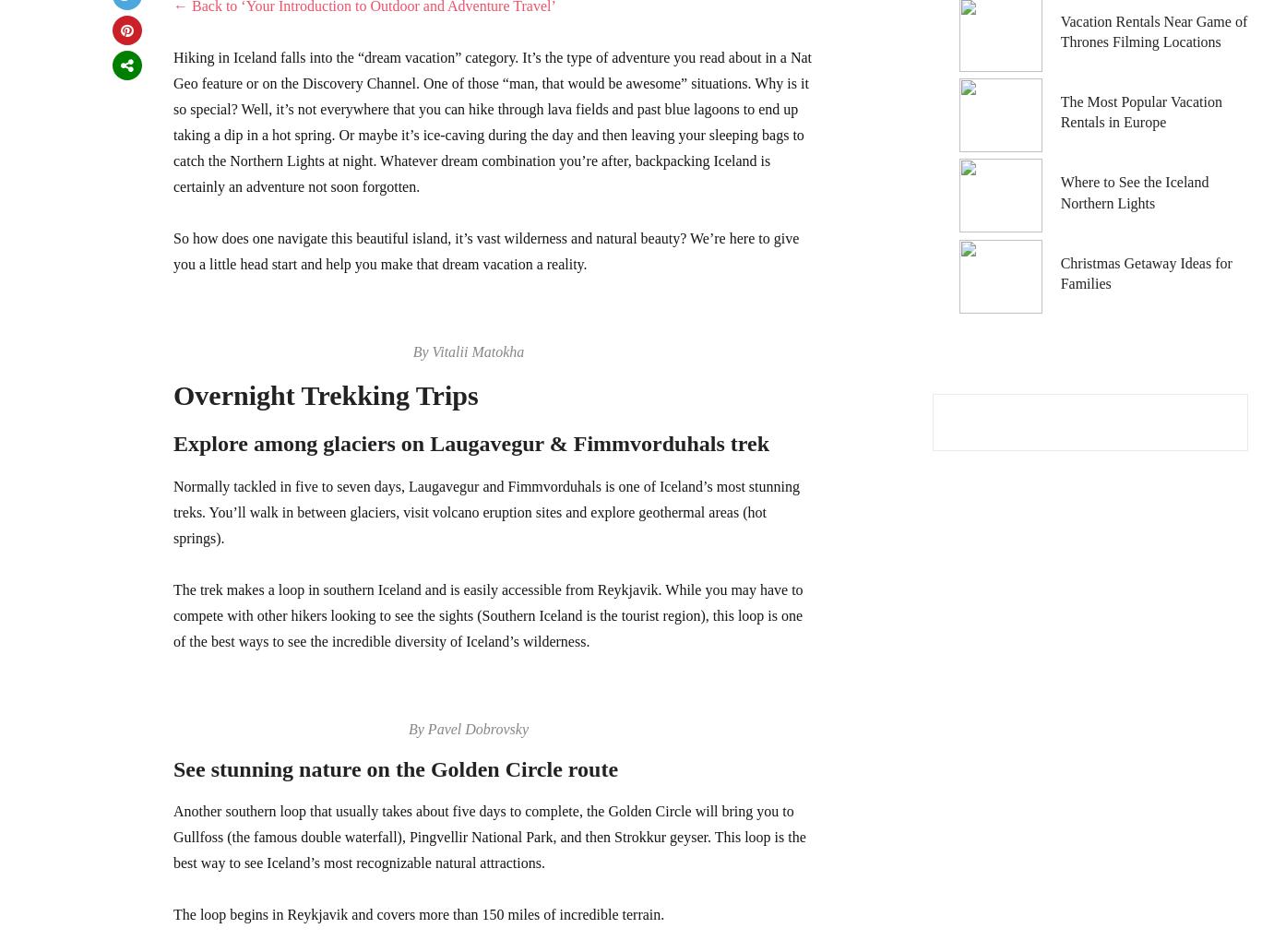  I want to click on 'Netherlands', so click(956, 63).